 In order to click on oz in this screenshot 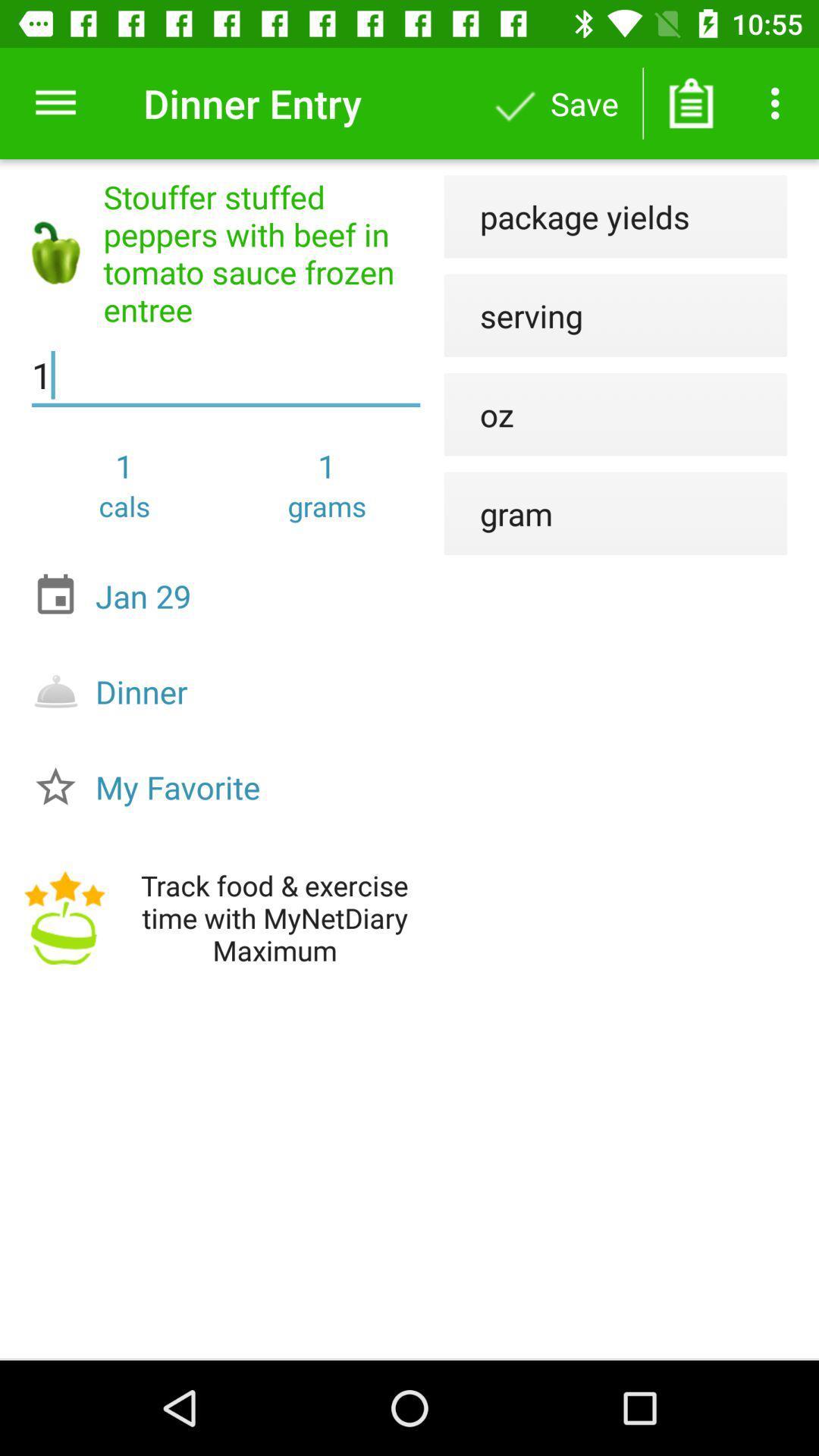, I will do `click(479, 414)`.